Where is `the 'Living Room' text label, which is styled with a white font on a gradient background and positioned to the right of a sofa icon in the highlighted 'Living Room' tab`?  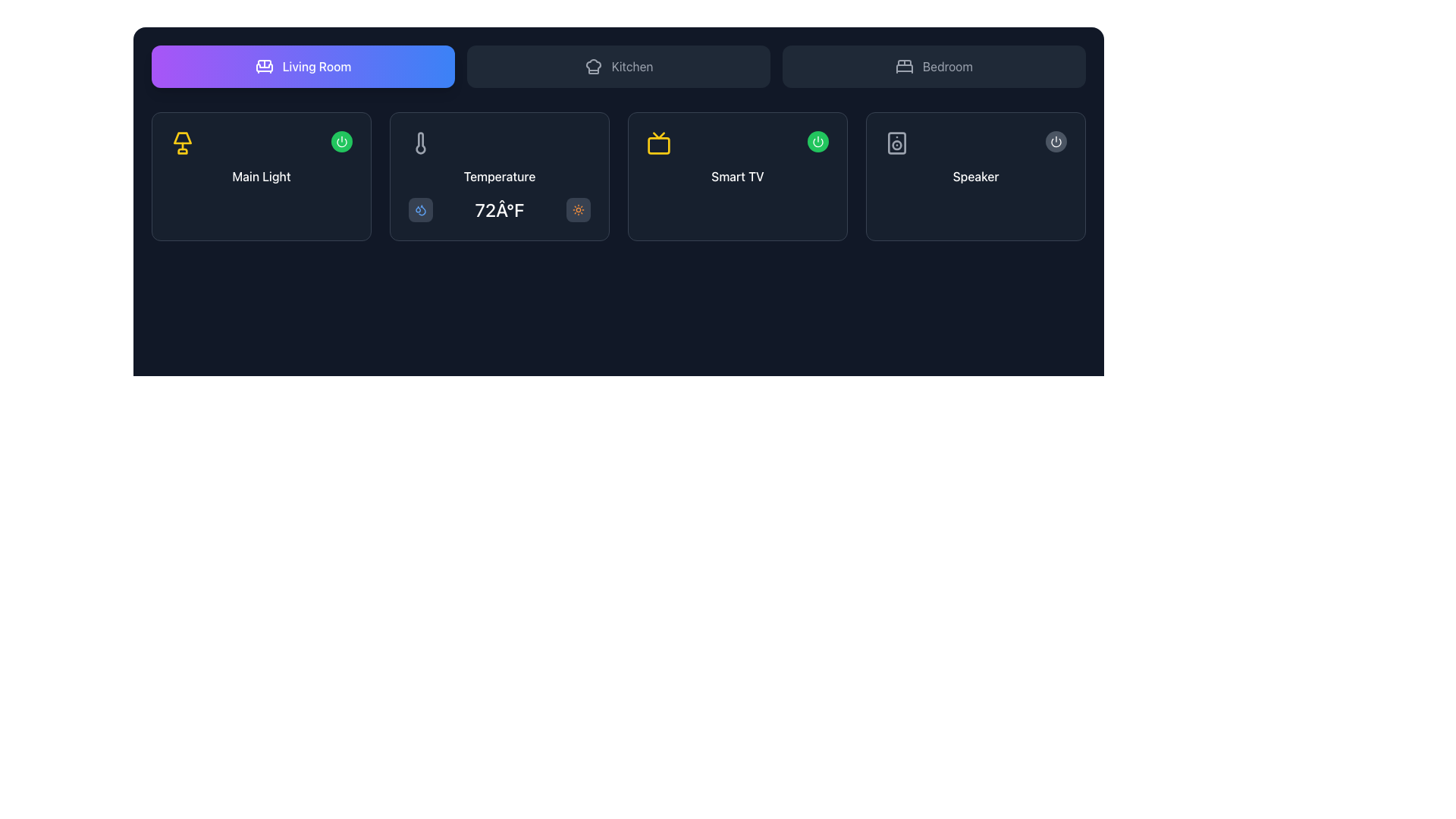 the 'Living Room' text label, which is styled with a white font on a gradient background and positioned to the right of a sofa icon in the highlighted 'Living Room' tab is located at coordinates (315, 66).